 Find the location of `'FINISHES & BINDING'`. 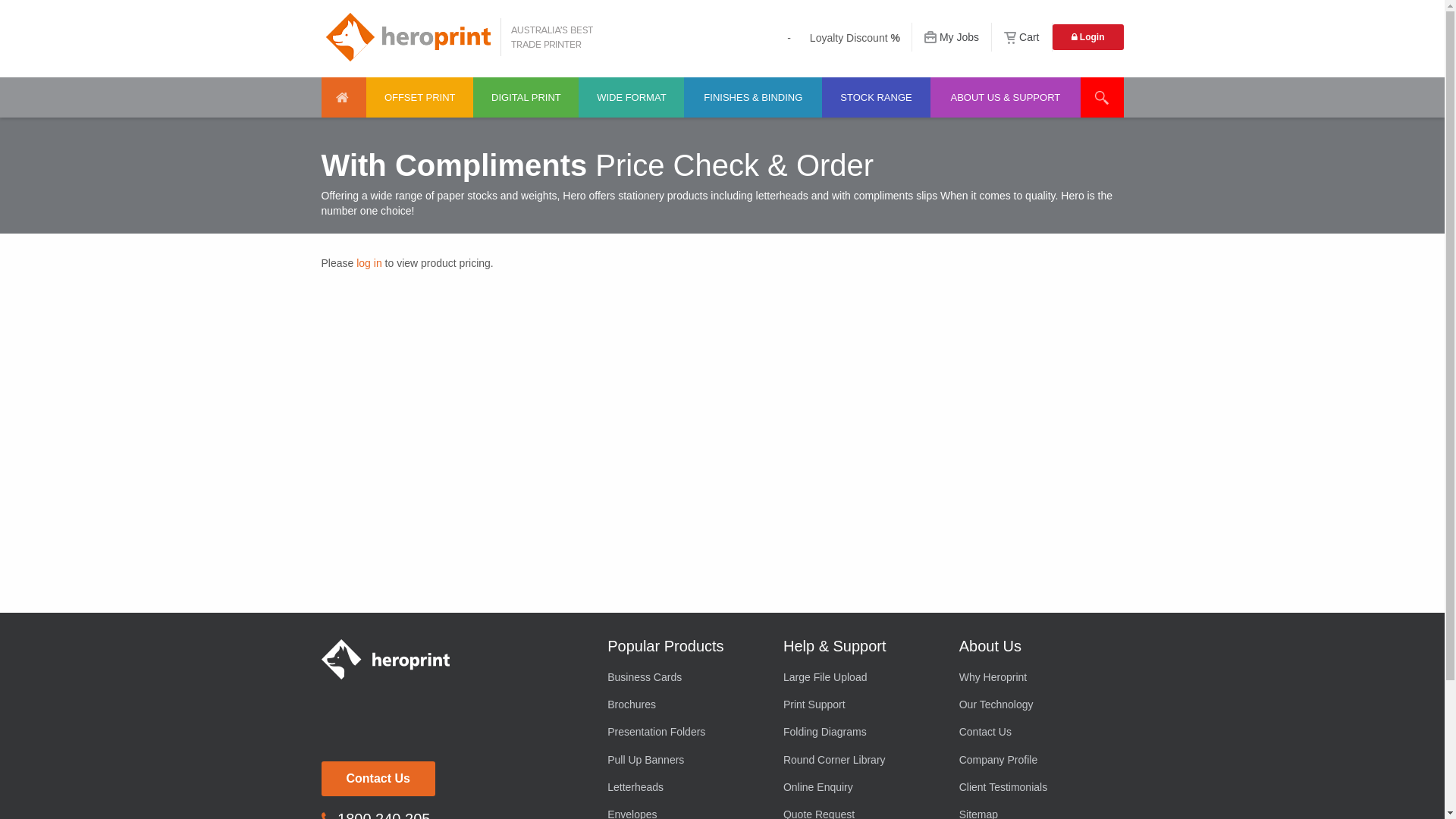

'FINISHES & BINDING' is located at coordinates (683, 96).